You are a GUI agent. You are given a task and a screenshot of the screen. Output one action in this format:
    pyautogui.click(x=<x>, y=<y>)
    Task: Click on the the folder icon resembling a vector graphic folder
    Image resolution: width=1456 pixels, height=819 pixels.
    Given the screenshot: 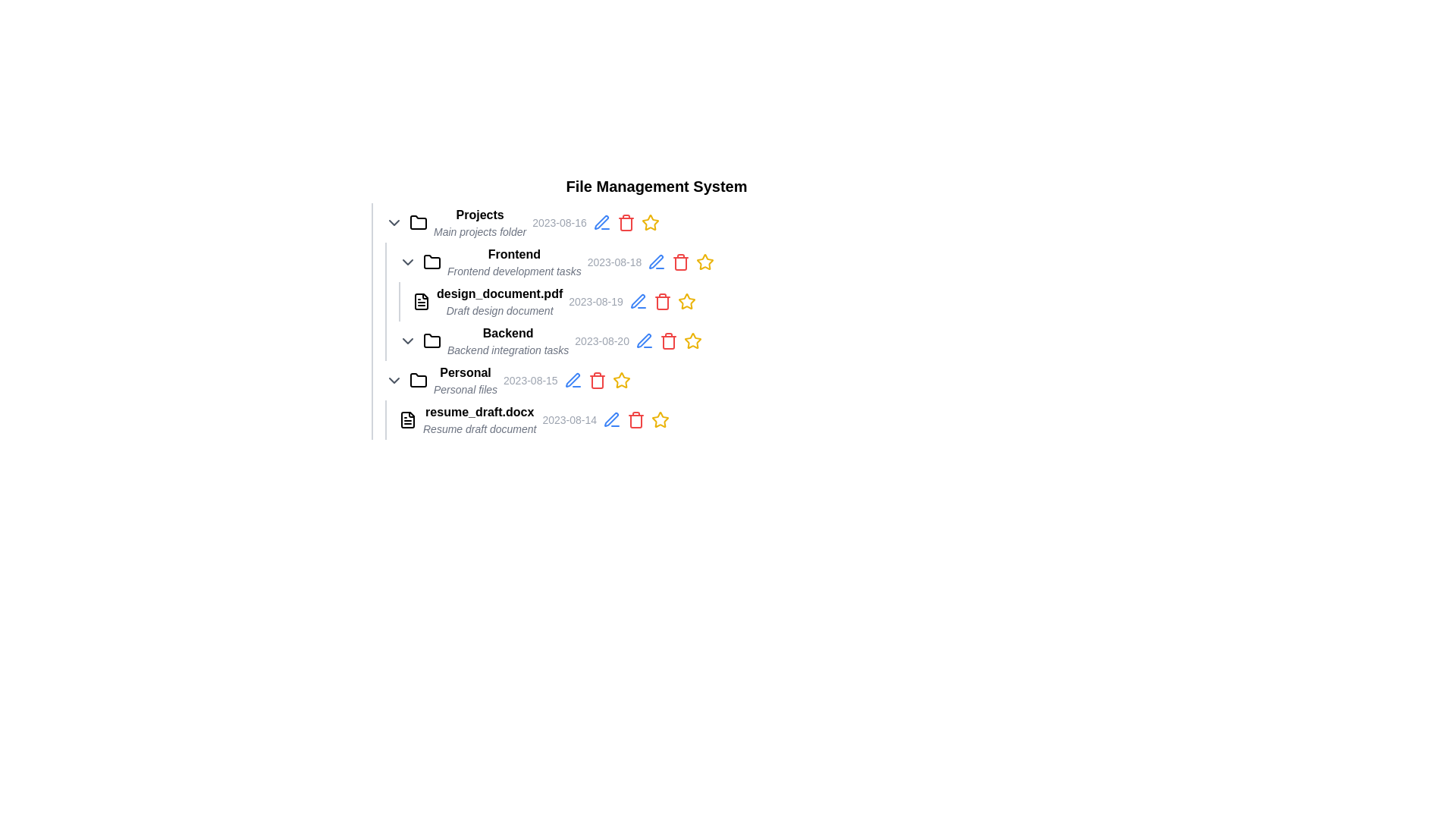 What is the action you would take?
    pyautogui.click(x=419, y=379)
    